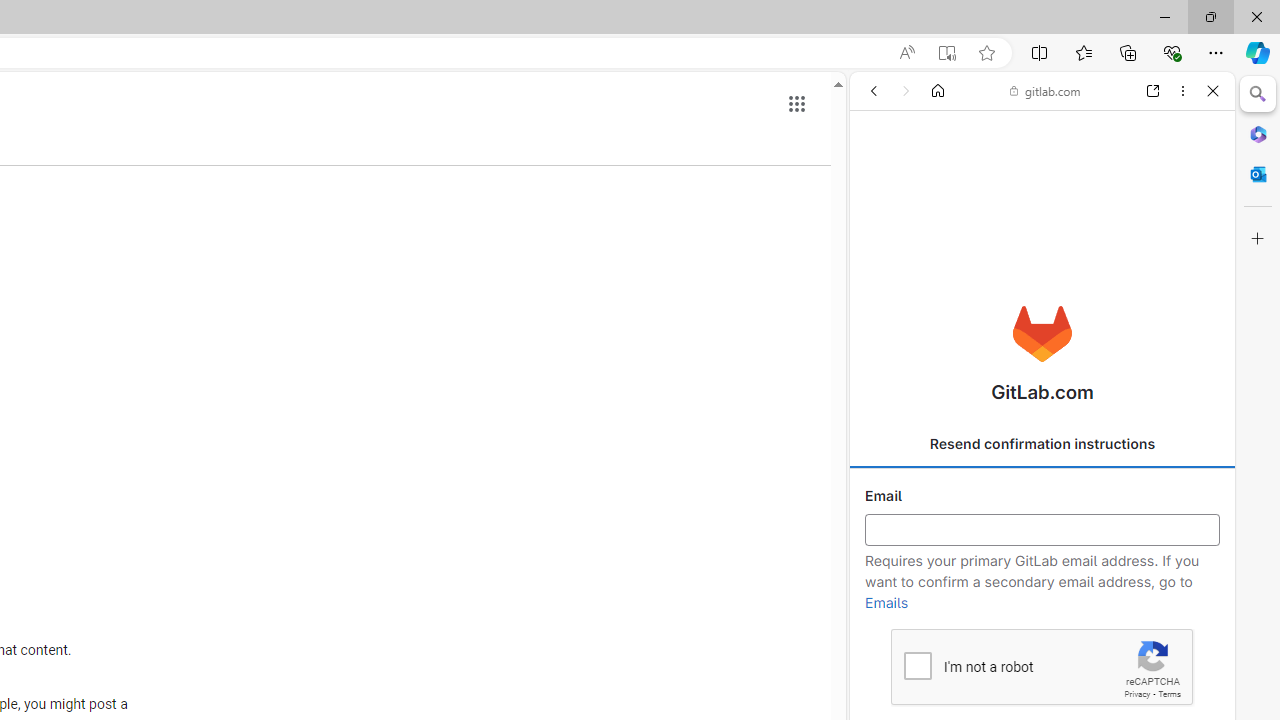 The height and width of the screenshot is (720, 1280). Describe the element at coordinates (1182, 91) in the screenshot. I see `'More options'` at that location.